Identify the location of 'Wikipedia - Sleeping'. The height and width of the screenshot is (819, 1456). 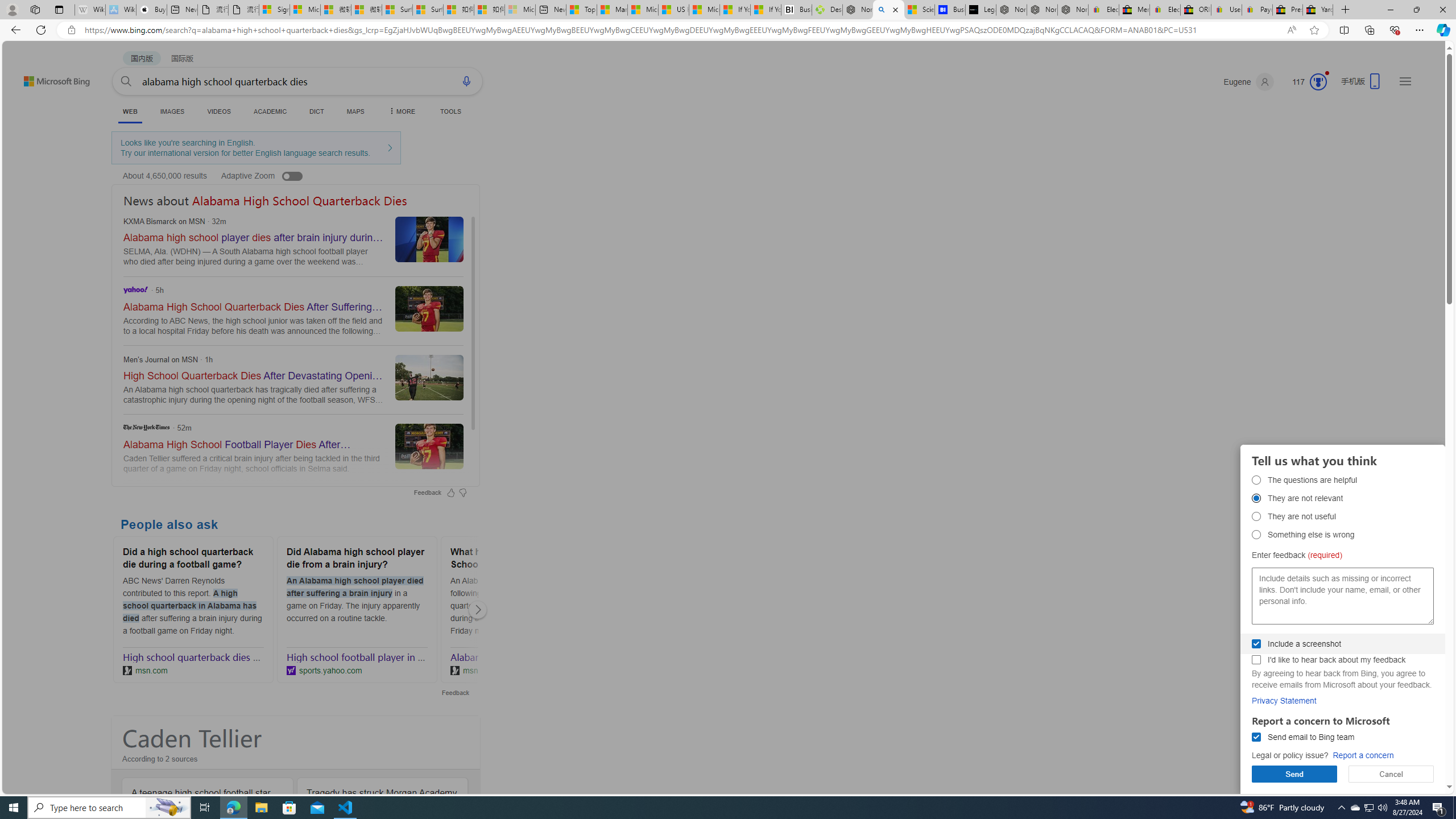
(90, 9).